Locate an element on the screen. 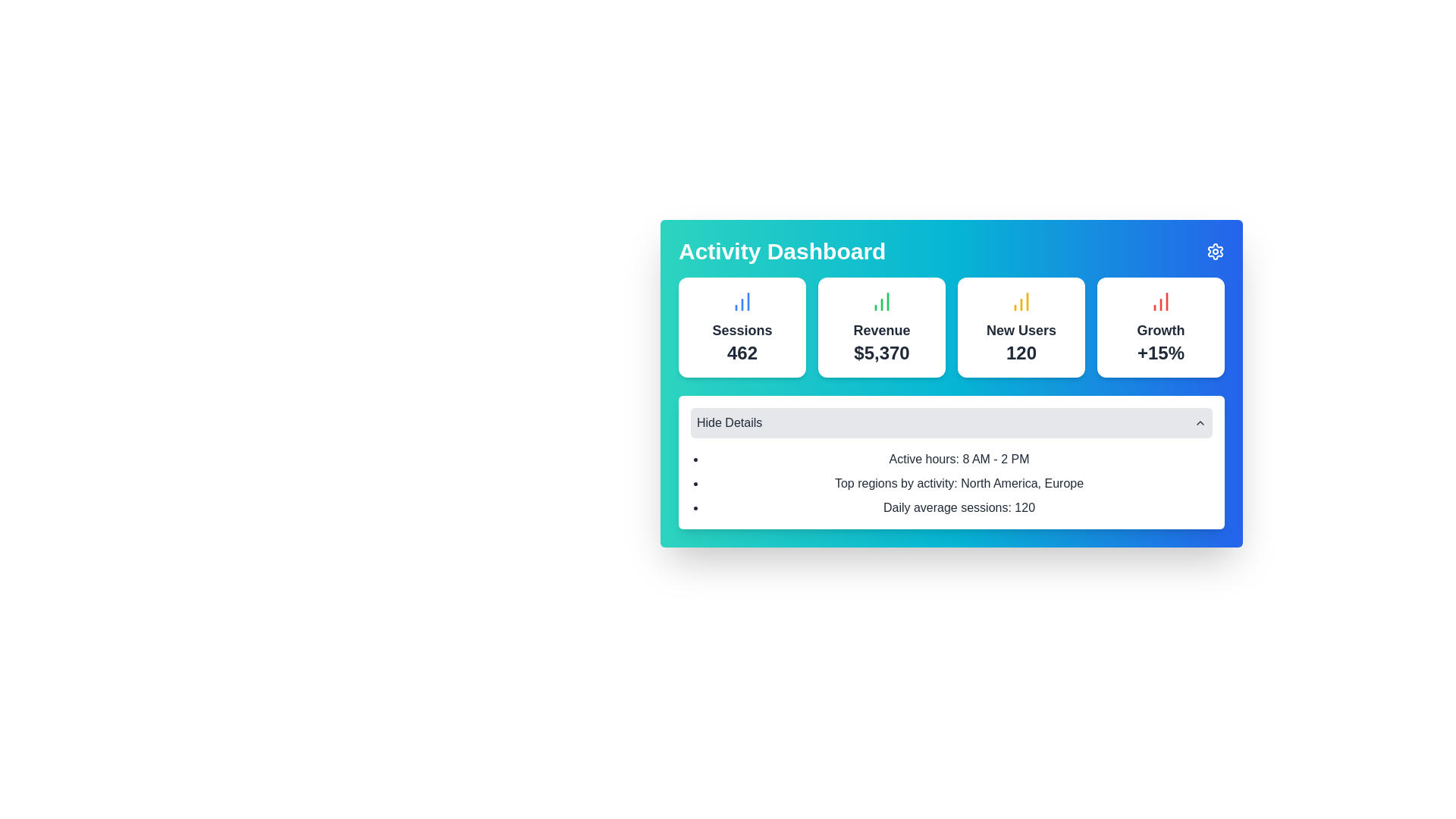 The height and width of the screenshot is (819, 1456). the gear icon button in the top-right corner of the 'Activity Dashboard' is located at coordinates (1216, 250).